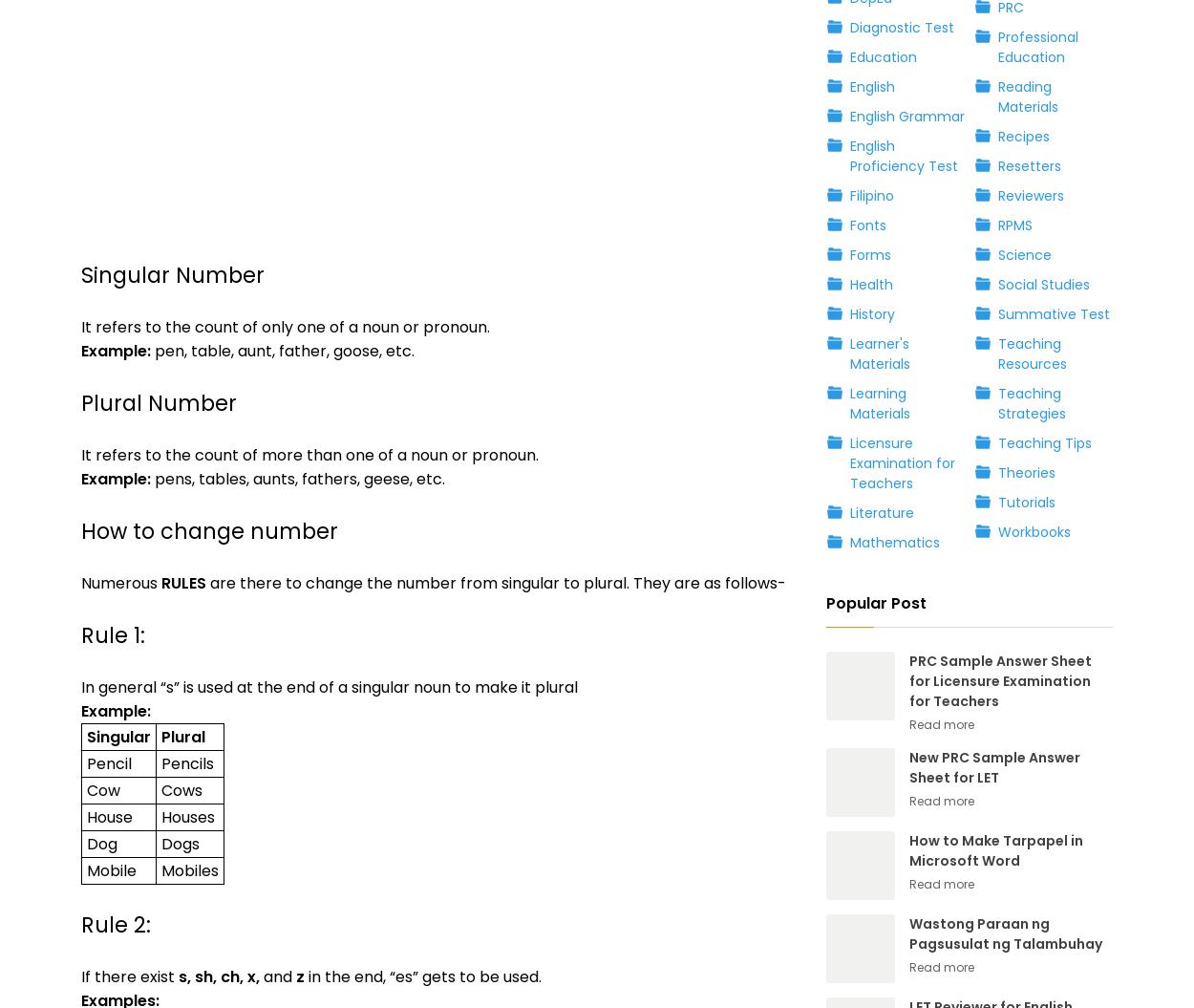 Image resolution: width=1194 pixels, height=1008 pixels. Describe the element at coordinates (311, 610) in the screenshot. I see `'Apostrophe'` at that location.